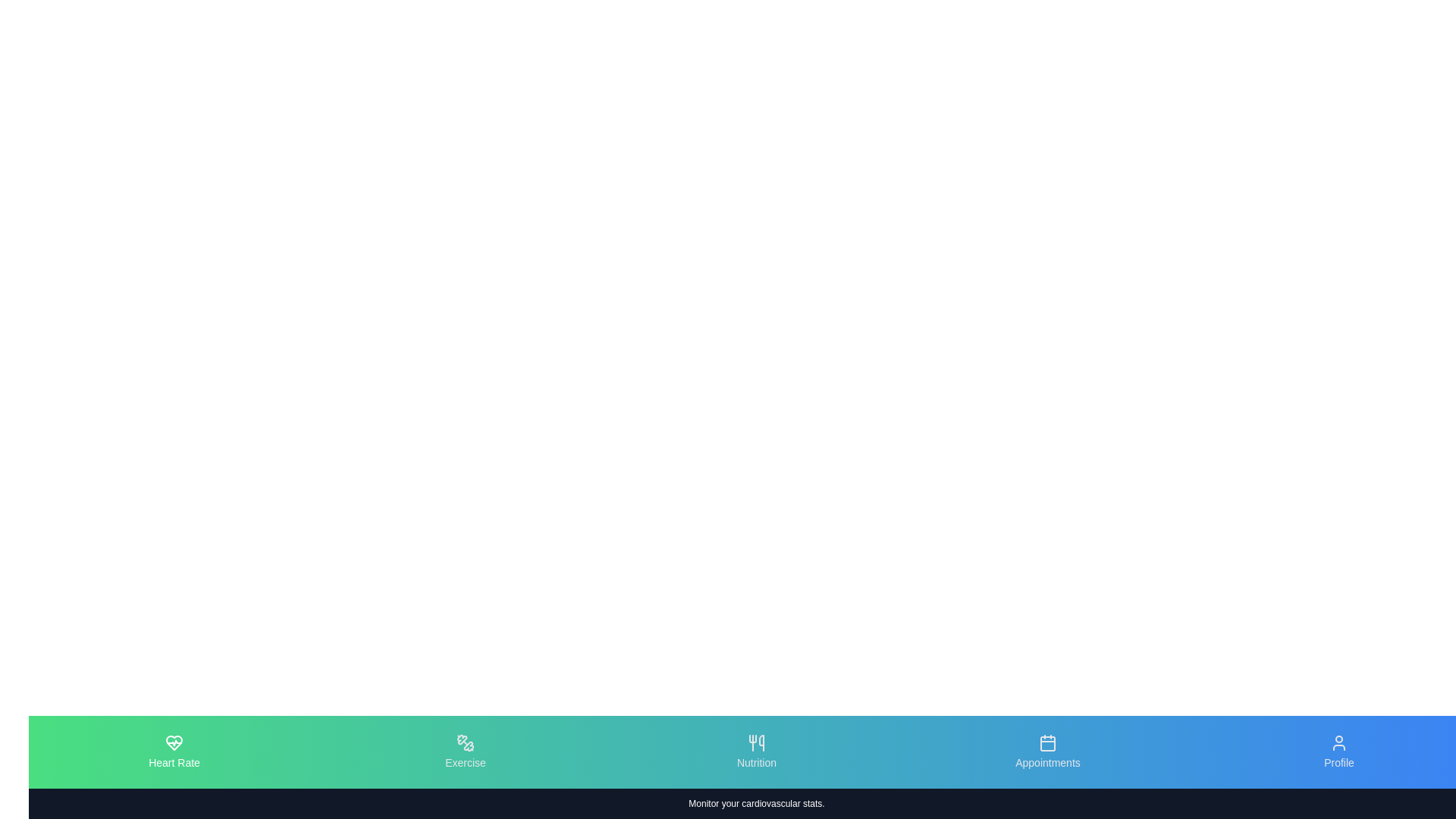 The width and height of the screenshot is (1456, 819). Describe the element at coordinates (174, 752) in the screenshot. I see `the tab icon labeled Heart Rate to observe the visual transition` at that location.